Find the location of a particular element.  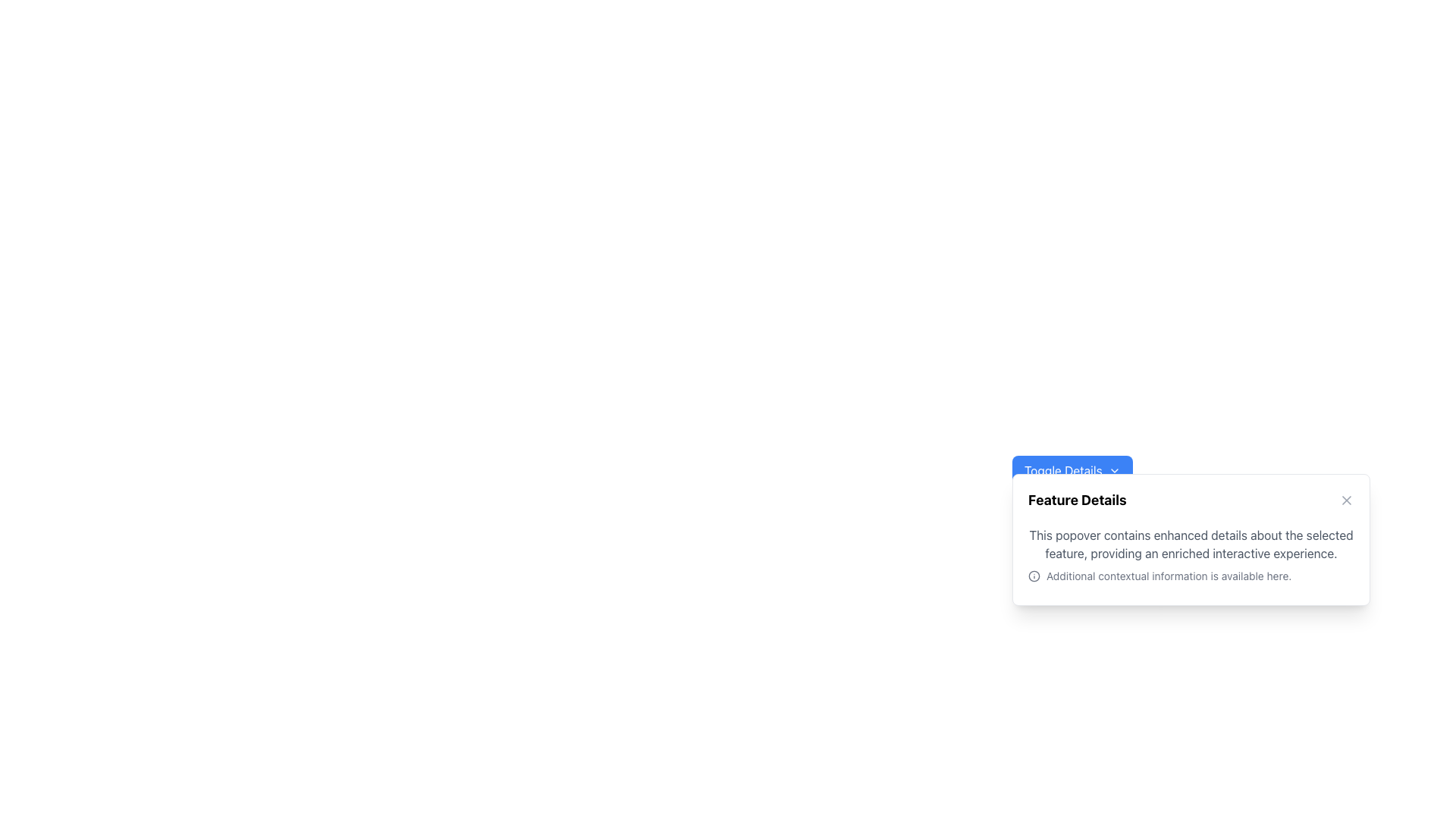

bold black text 'Feature Details' at the top of the card for information is located at coordinates (1076, 500).